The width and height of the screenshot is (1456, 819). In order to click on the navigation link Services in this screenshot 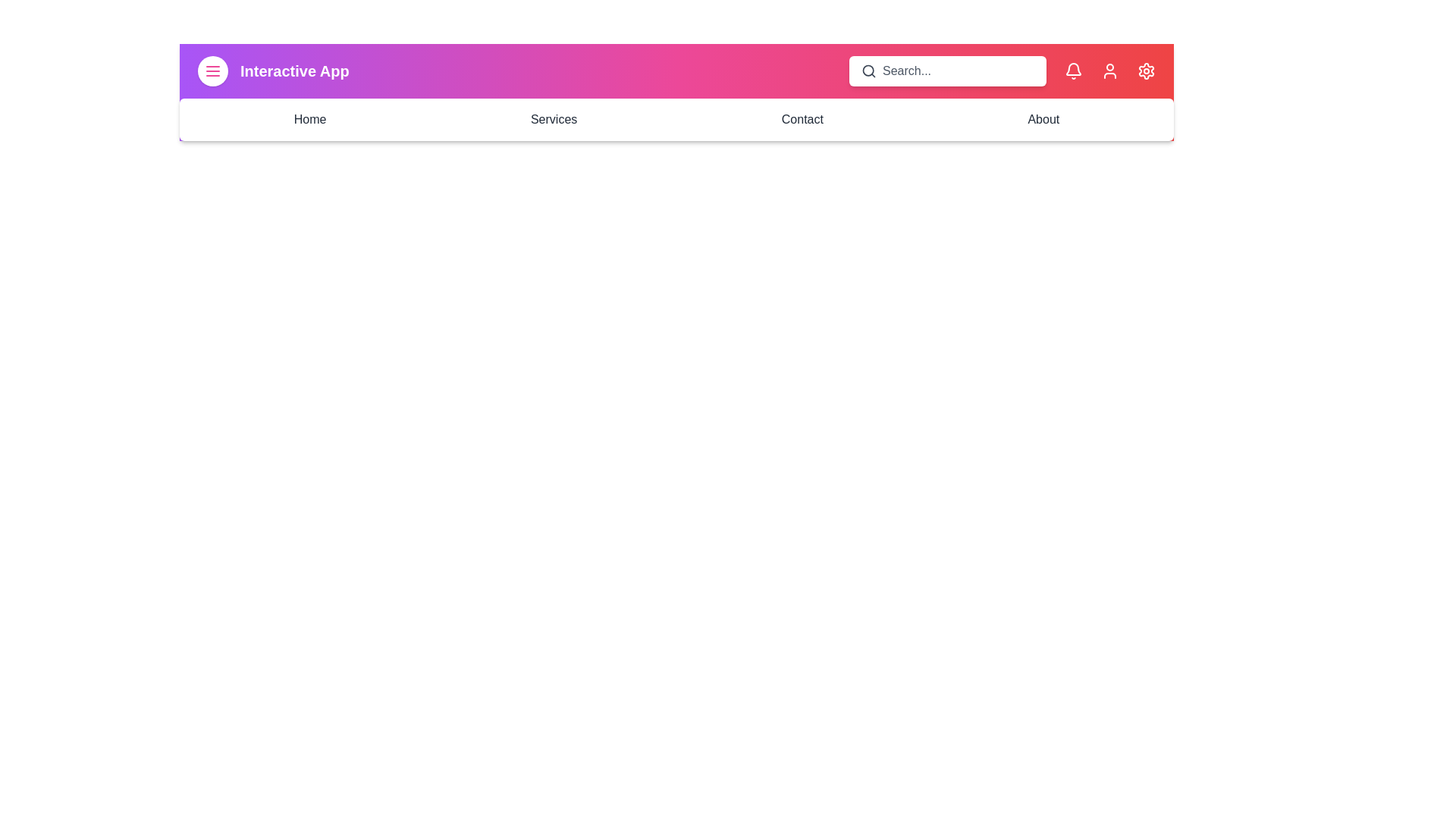, I will do `click(553, 119)`.